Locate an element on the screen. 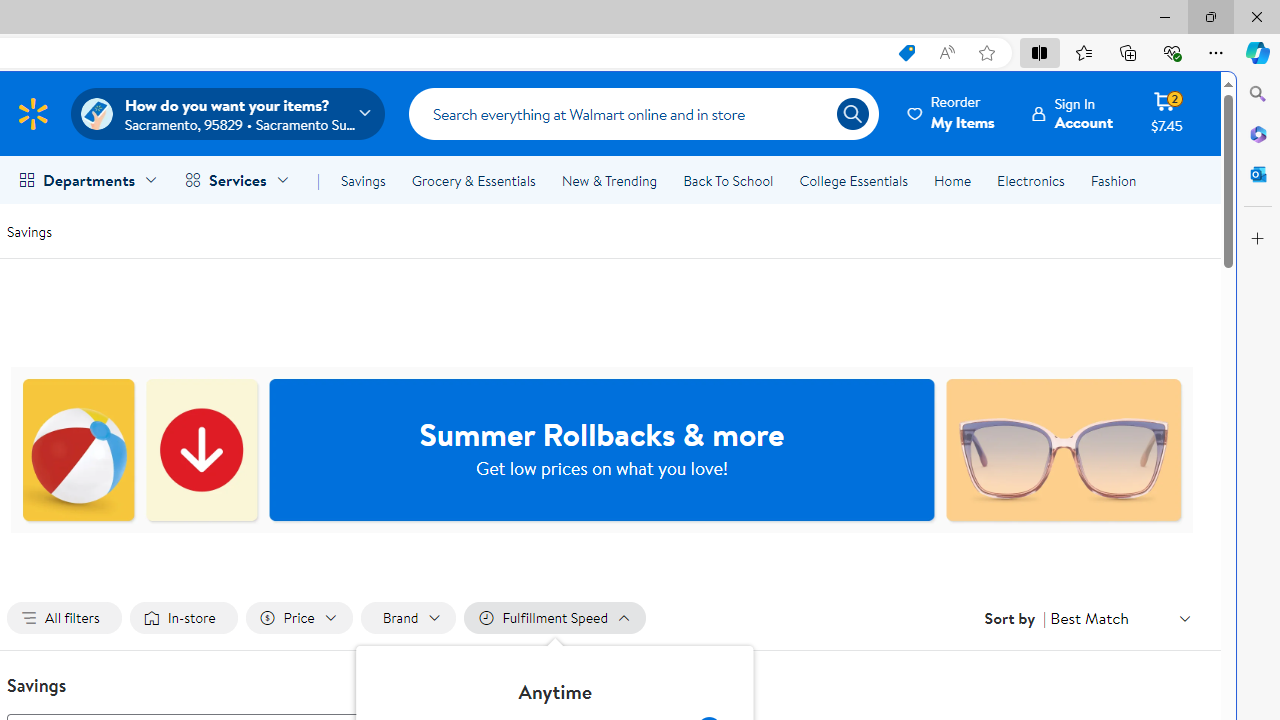 Image resolution: width=1280 pixels, height=720 pixels. 'Filter by Price not applied, activate to change' is located at coordinates (297, 617).